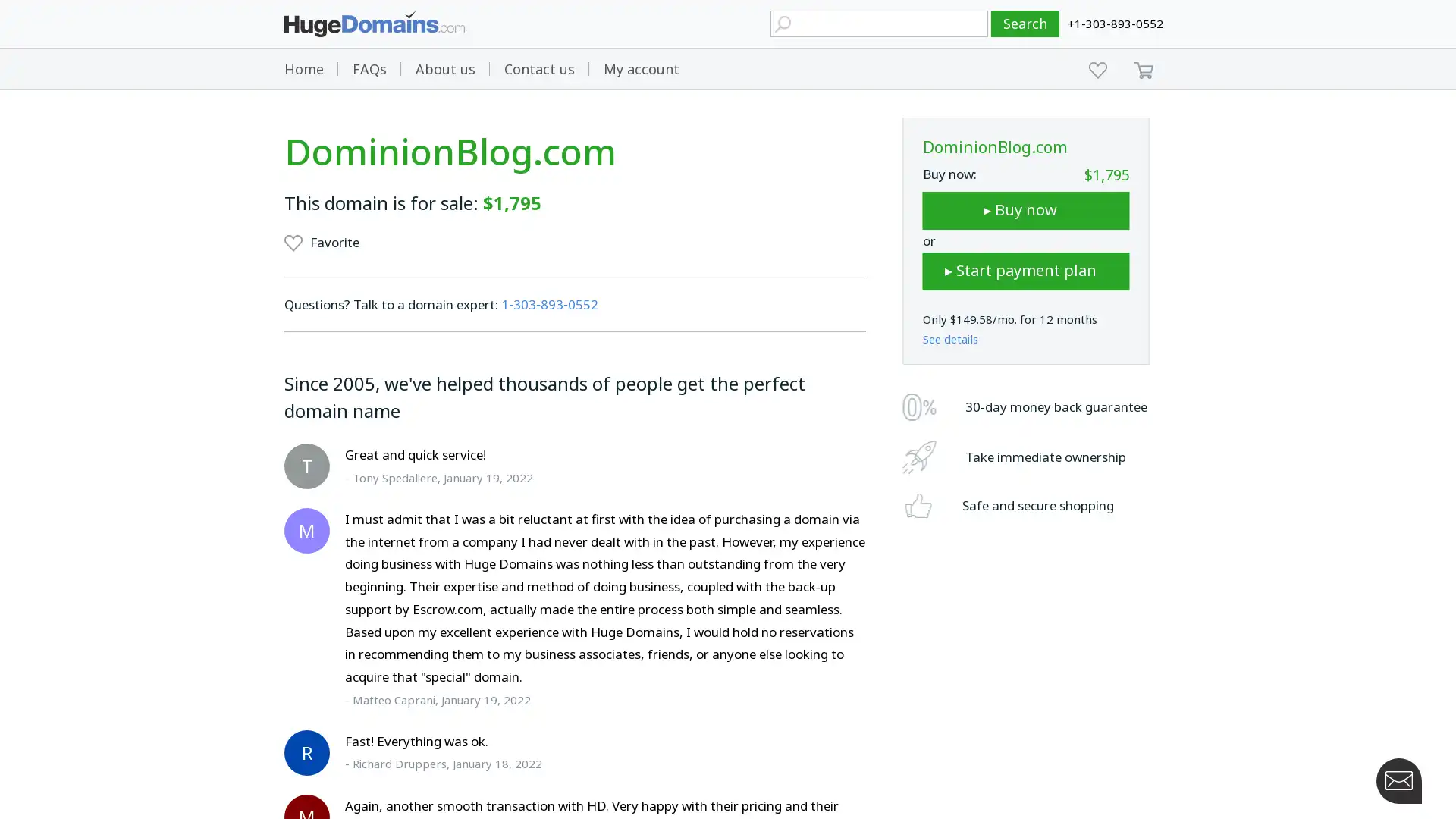  I want to click on Search, so click(1025, 24).